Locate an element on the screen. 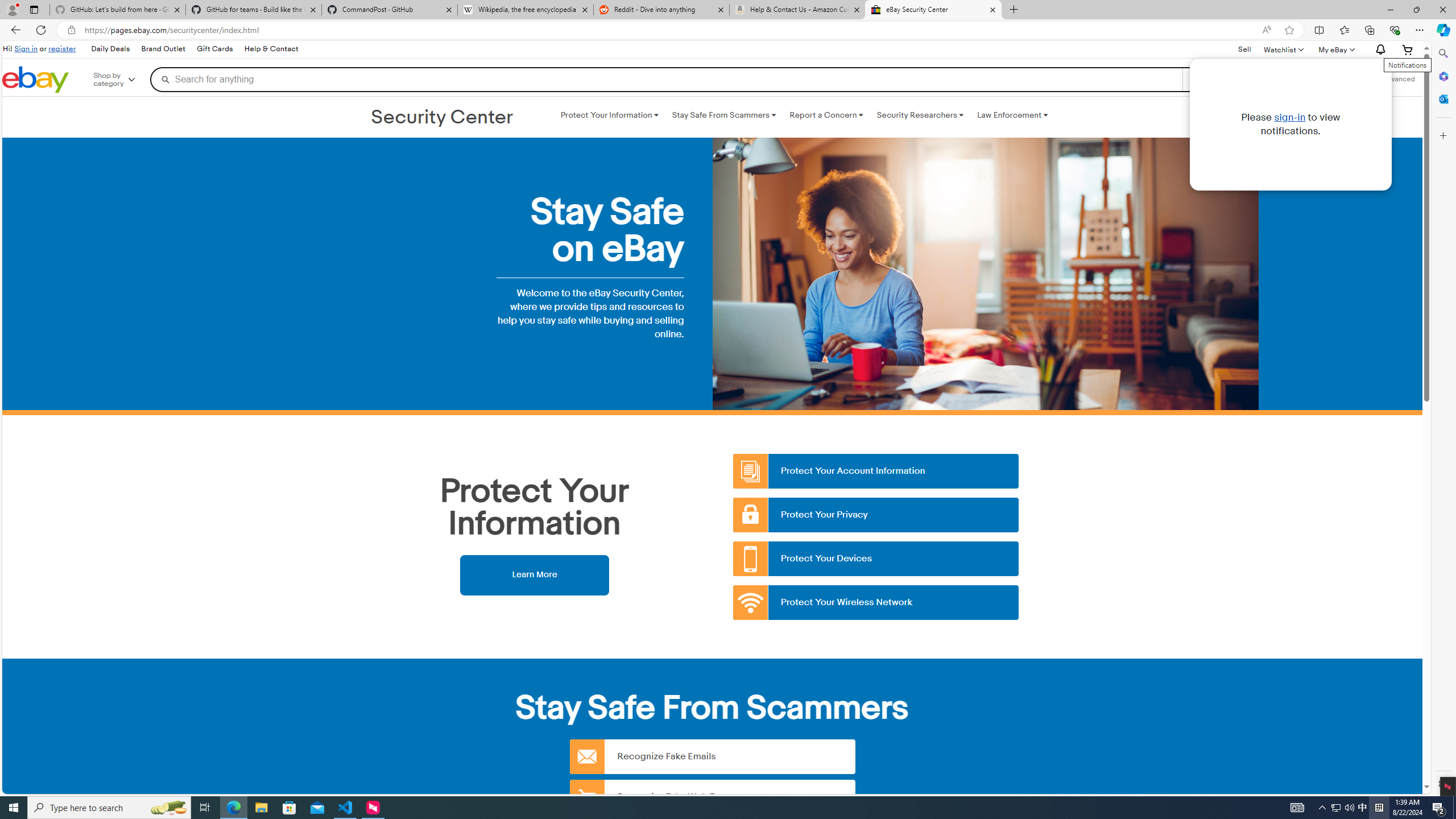 The height and width of the screenshot is (819, 1456). 'Protect Your Information ' is located at coordinates (609, 115).